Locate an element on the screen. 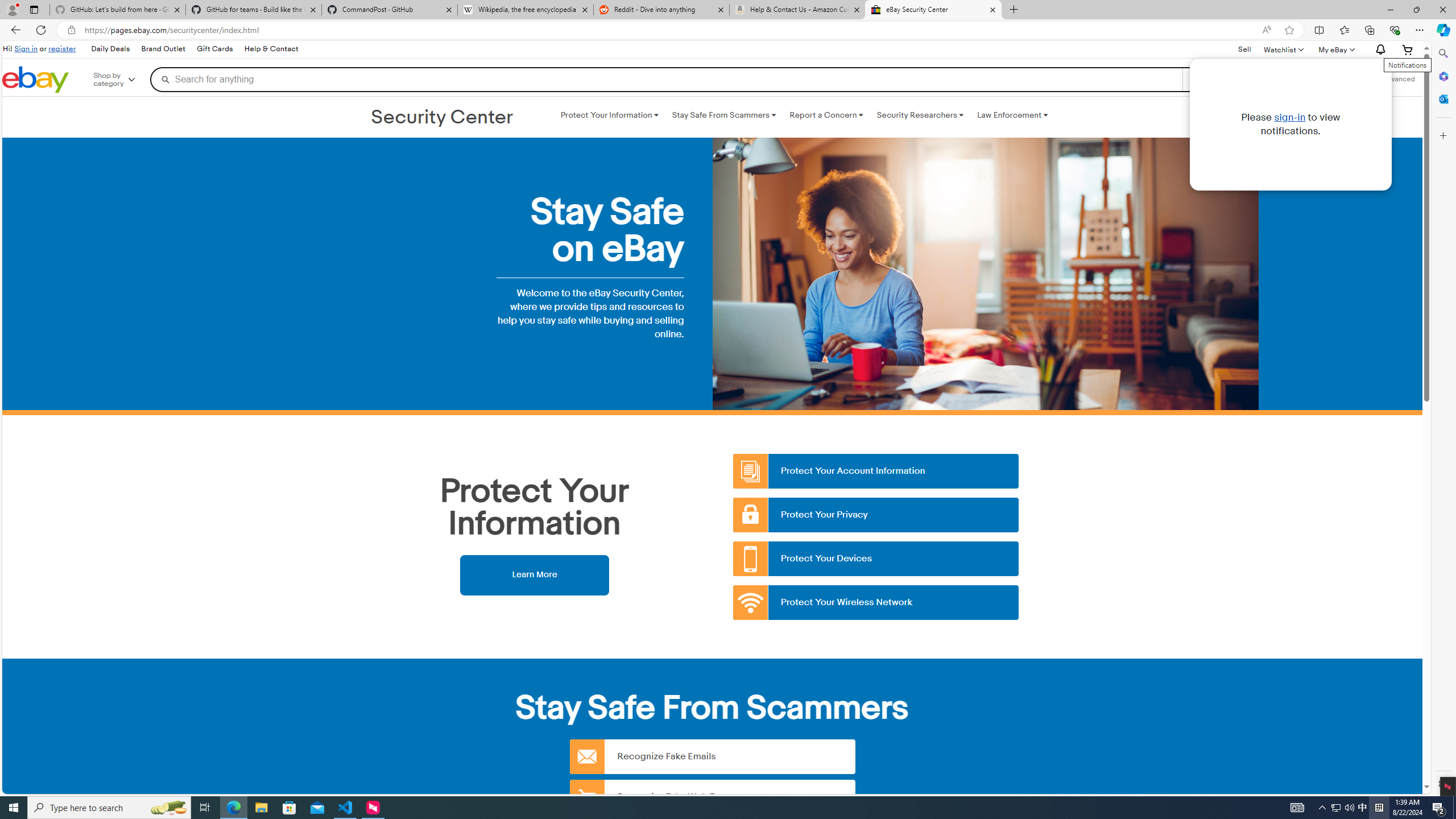 The height and width of the screenshot is (819, 1456). 'Protect Your Information ' is located at coordinates (609, 115).